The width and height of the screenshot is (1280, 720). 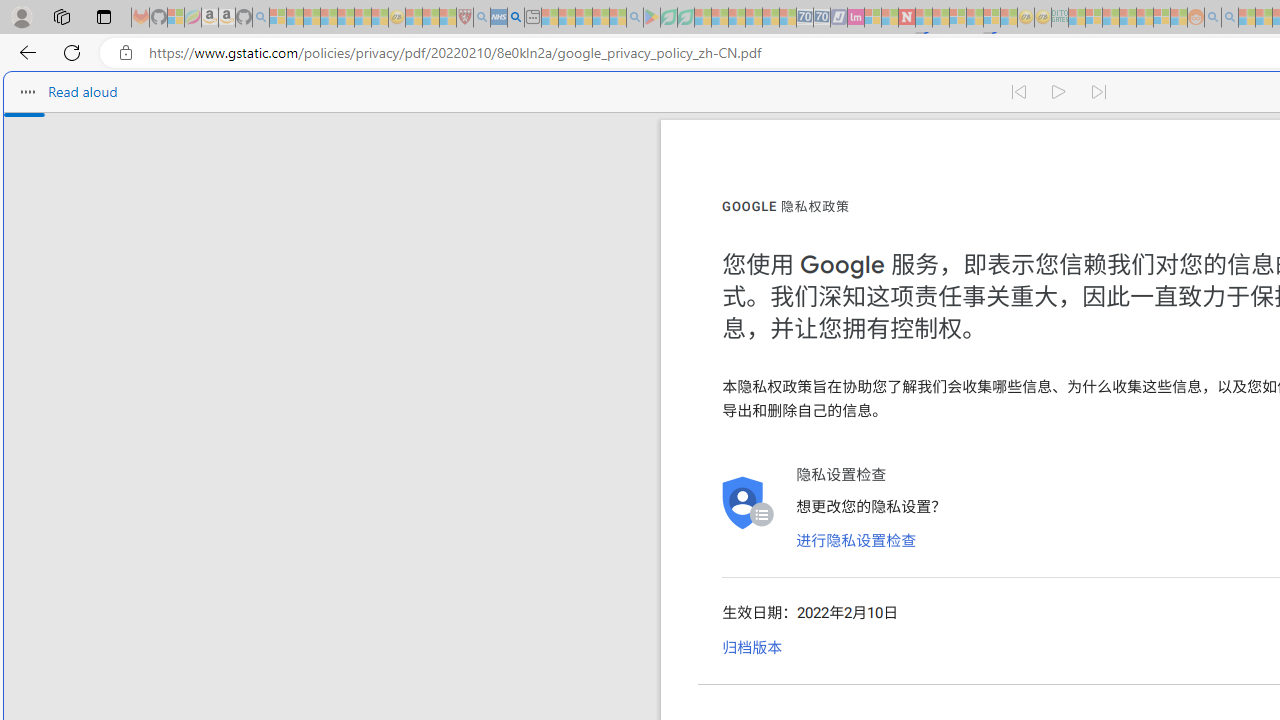 What do you see at coordinates (923, 17) in the screenshot?
I see `'Trusted Community Engagement and Contributions | Guidelines'` at bounding box center [923, 17].